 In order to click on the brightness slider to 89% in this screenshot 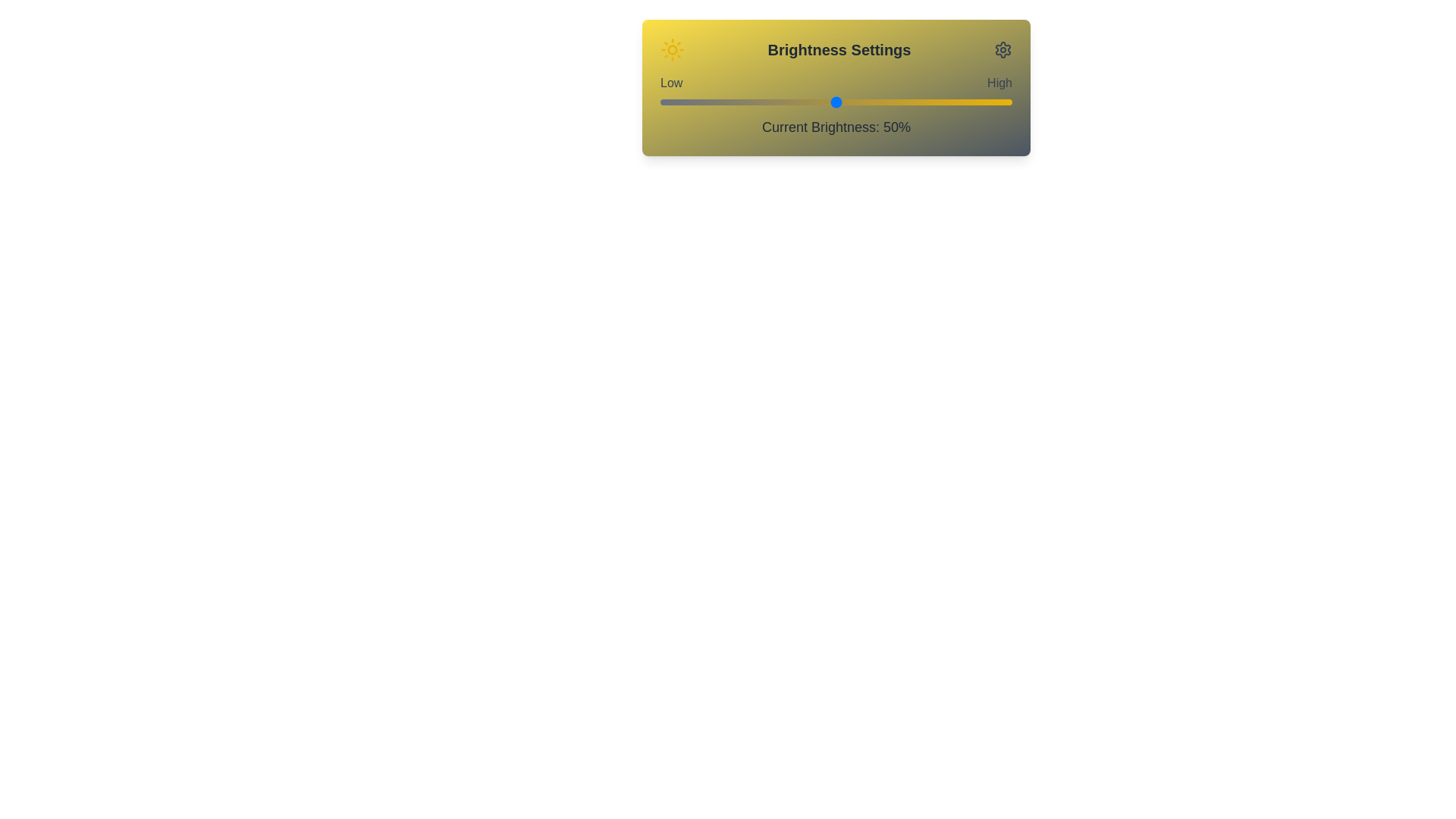, I will do `click(973, 102)`.